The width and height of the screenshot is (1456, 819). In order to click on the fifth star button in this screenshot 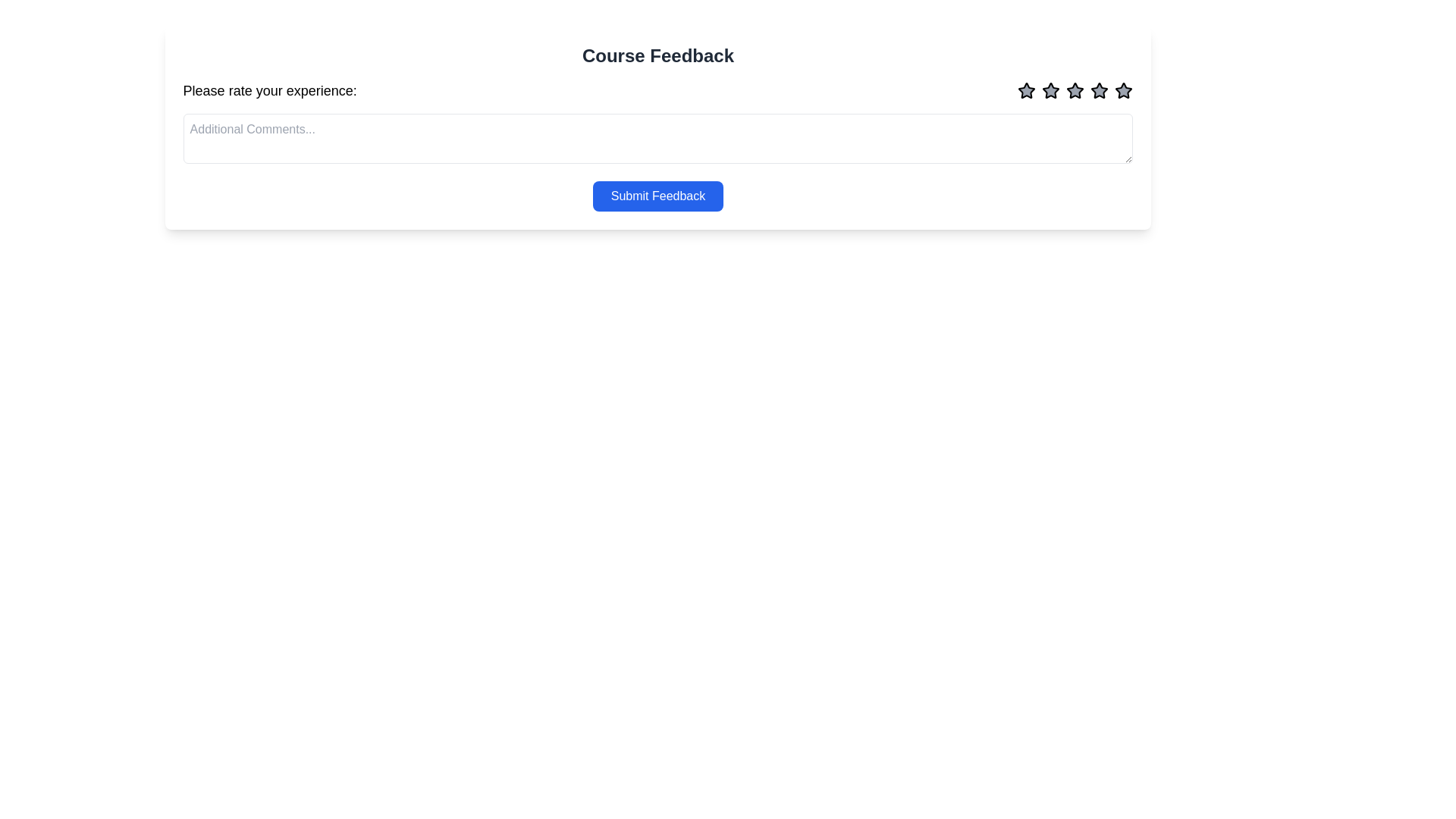, I will do `click(1124, 90)`.